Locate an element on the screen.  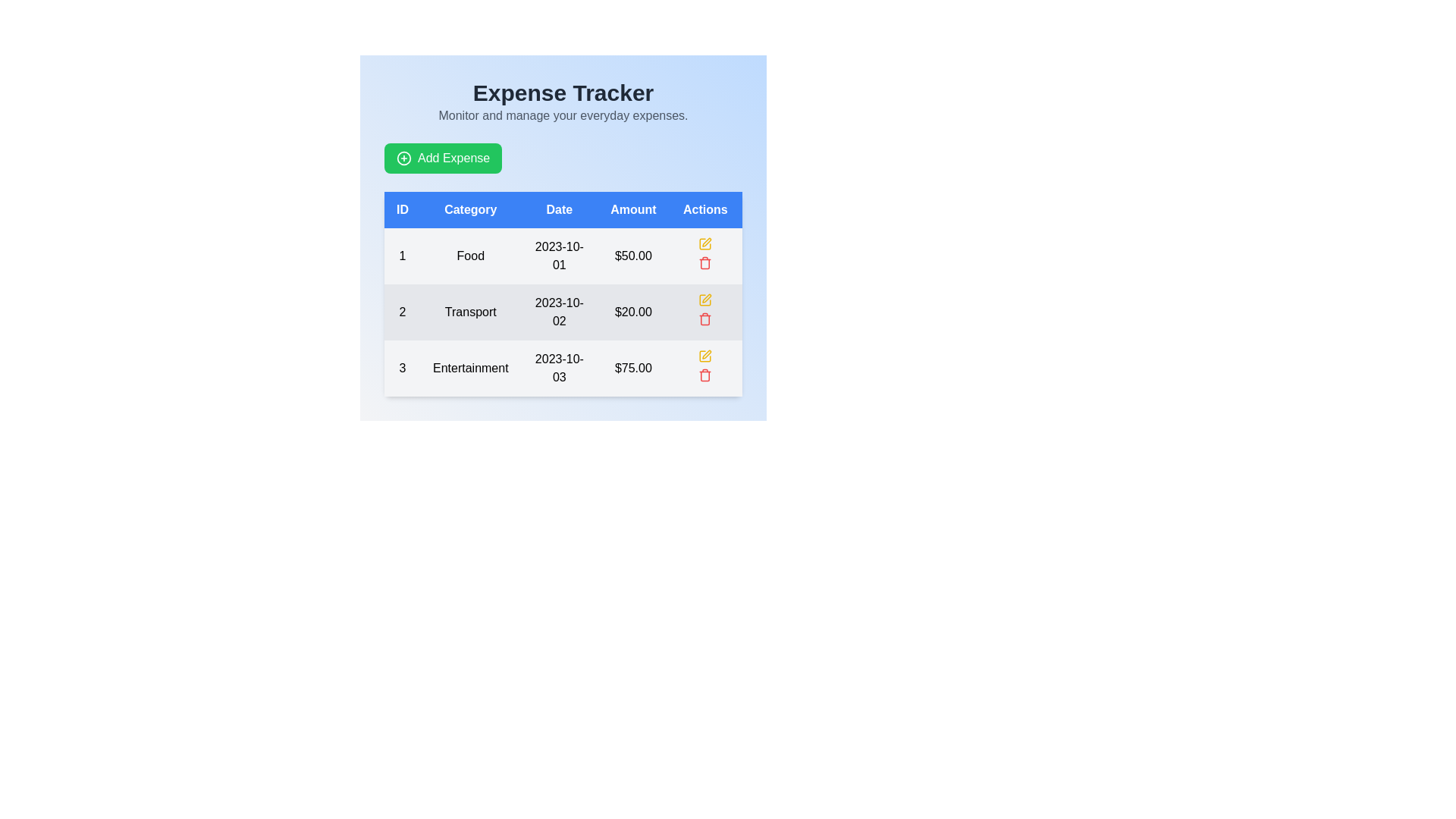
the yellow pen icon button in the 'Actions' column of the first data row is located at coordinates (704, 243).